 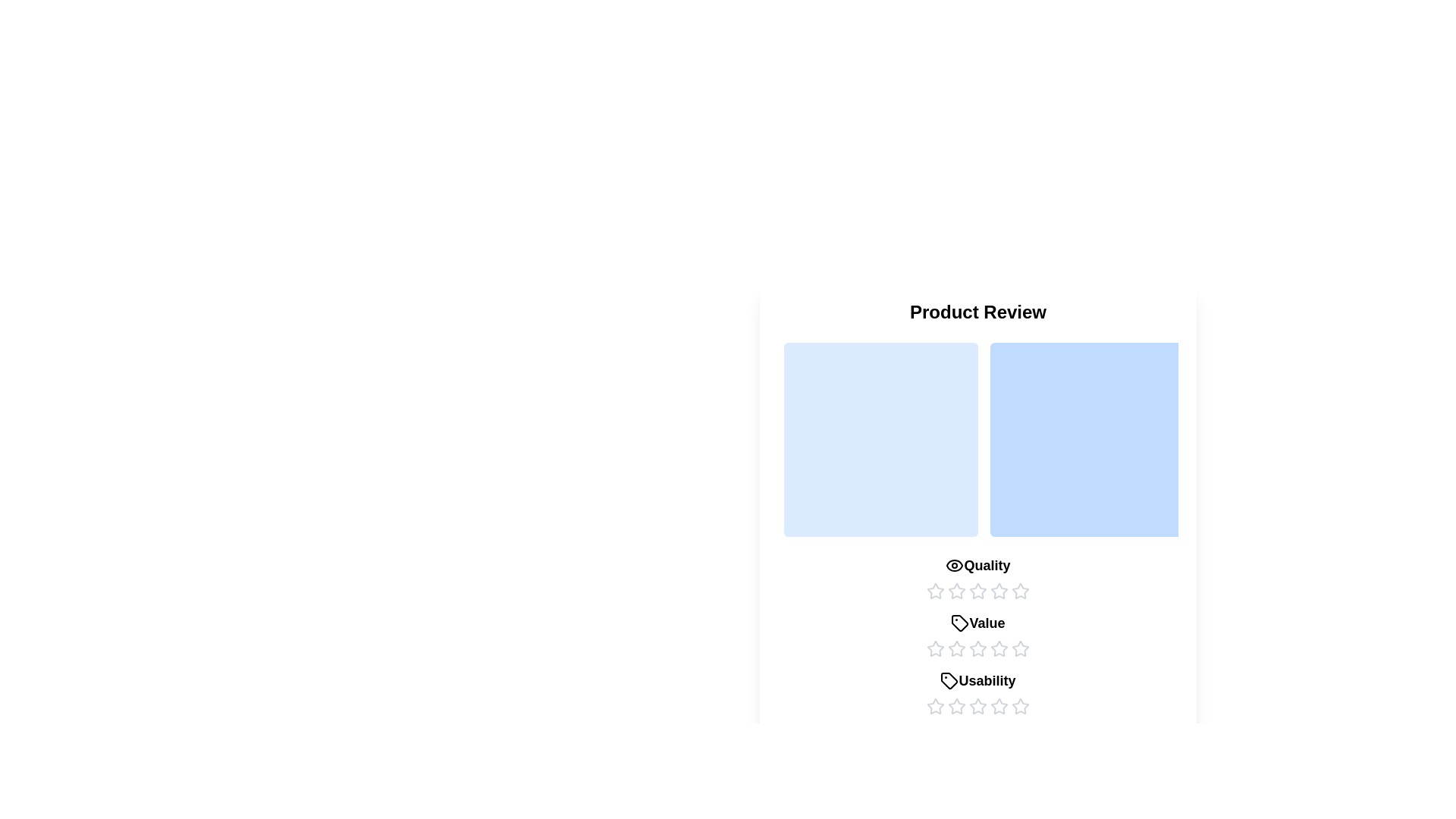 I want to click on the icon for the category Quality, so click(x=954, y=565).